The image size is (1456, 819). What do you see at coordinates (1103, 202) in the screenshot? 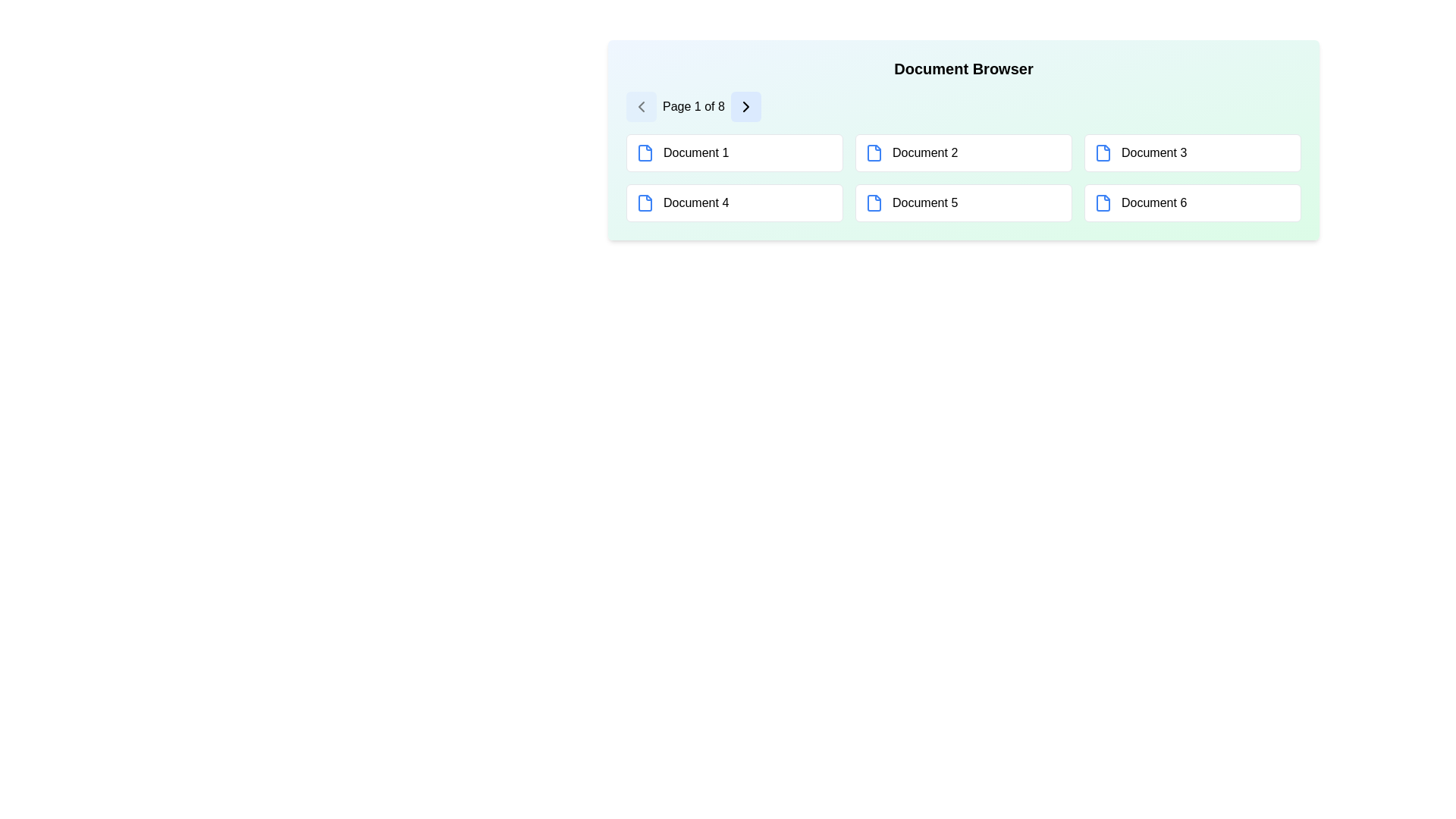
I see `the document icon representing 'Document 6', located at the bottom-right corner of the grid layout under the 'Document Browser' section` at bounding box center [1103, 202].